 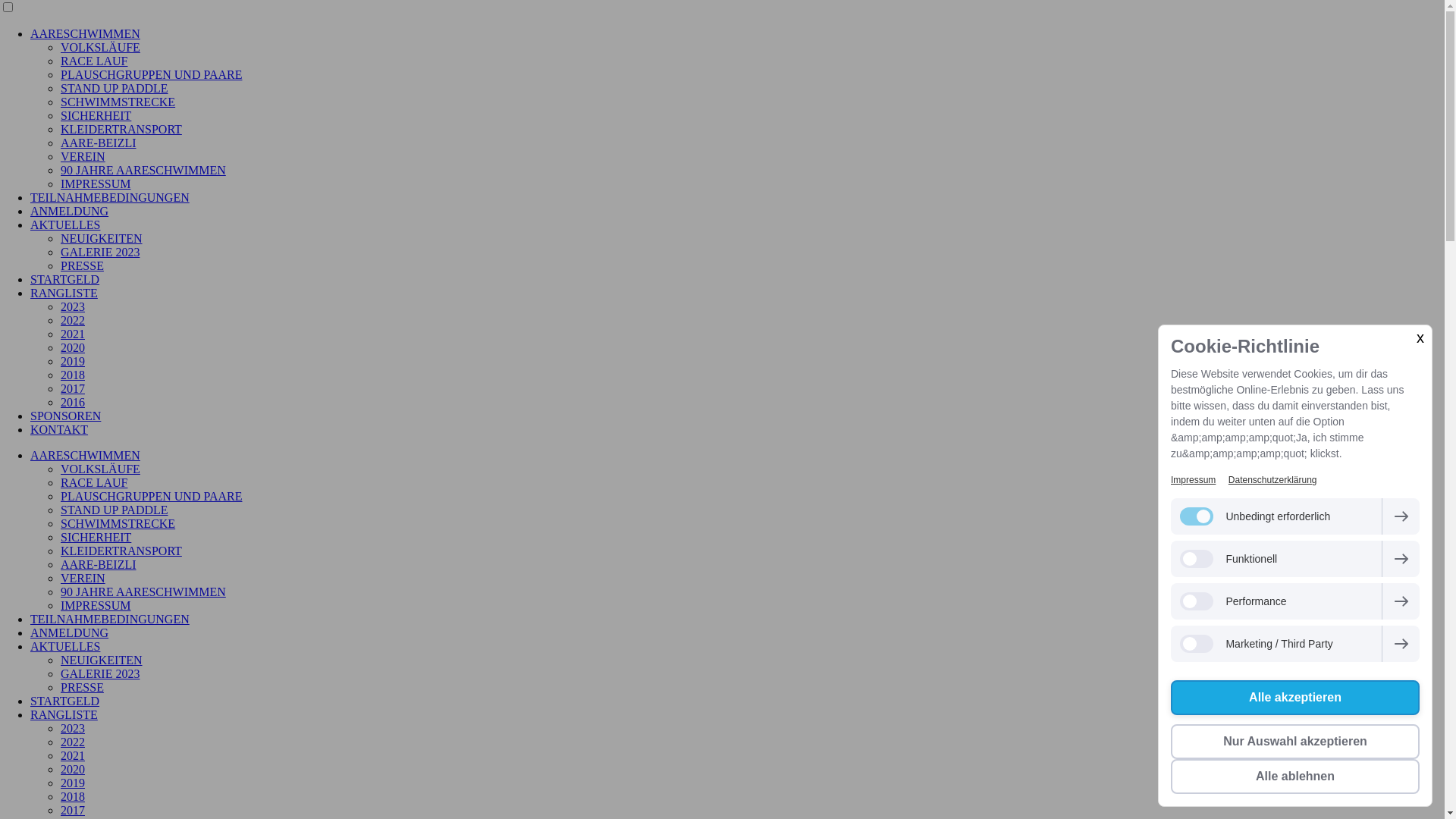 I want to click on 'PLAUSCHGRUPPEN UND PAARE', so click(x=61, y=496).